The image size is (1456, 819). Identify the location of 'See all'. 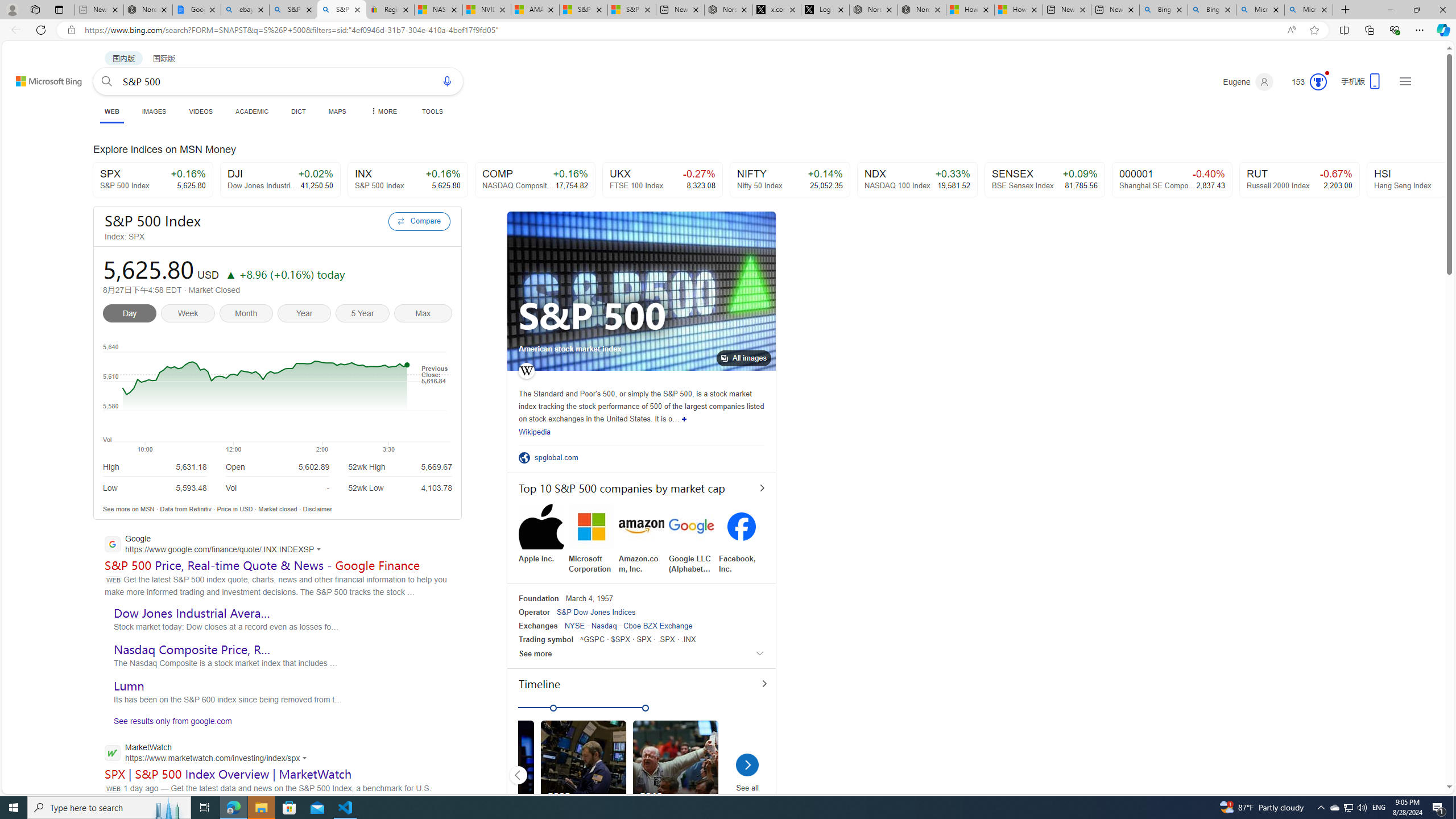
(746, 767).